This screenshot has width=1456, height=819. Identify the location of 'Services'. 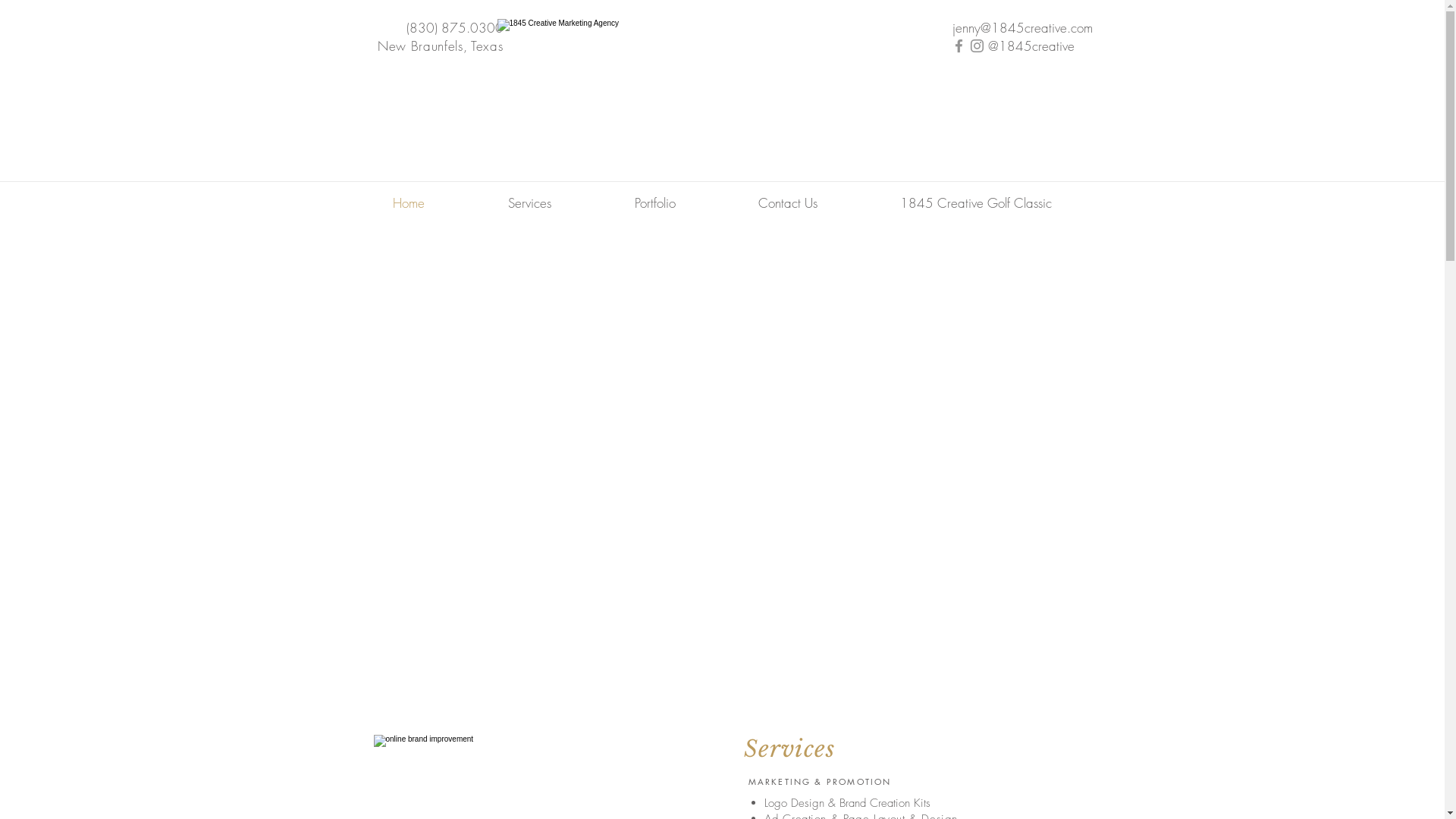
(529, 202).